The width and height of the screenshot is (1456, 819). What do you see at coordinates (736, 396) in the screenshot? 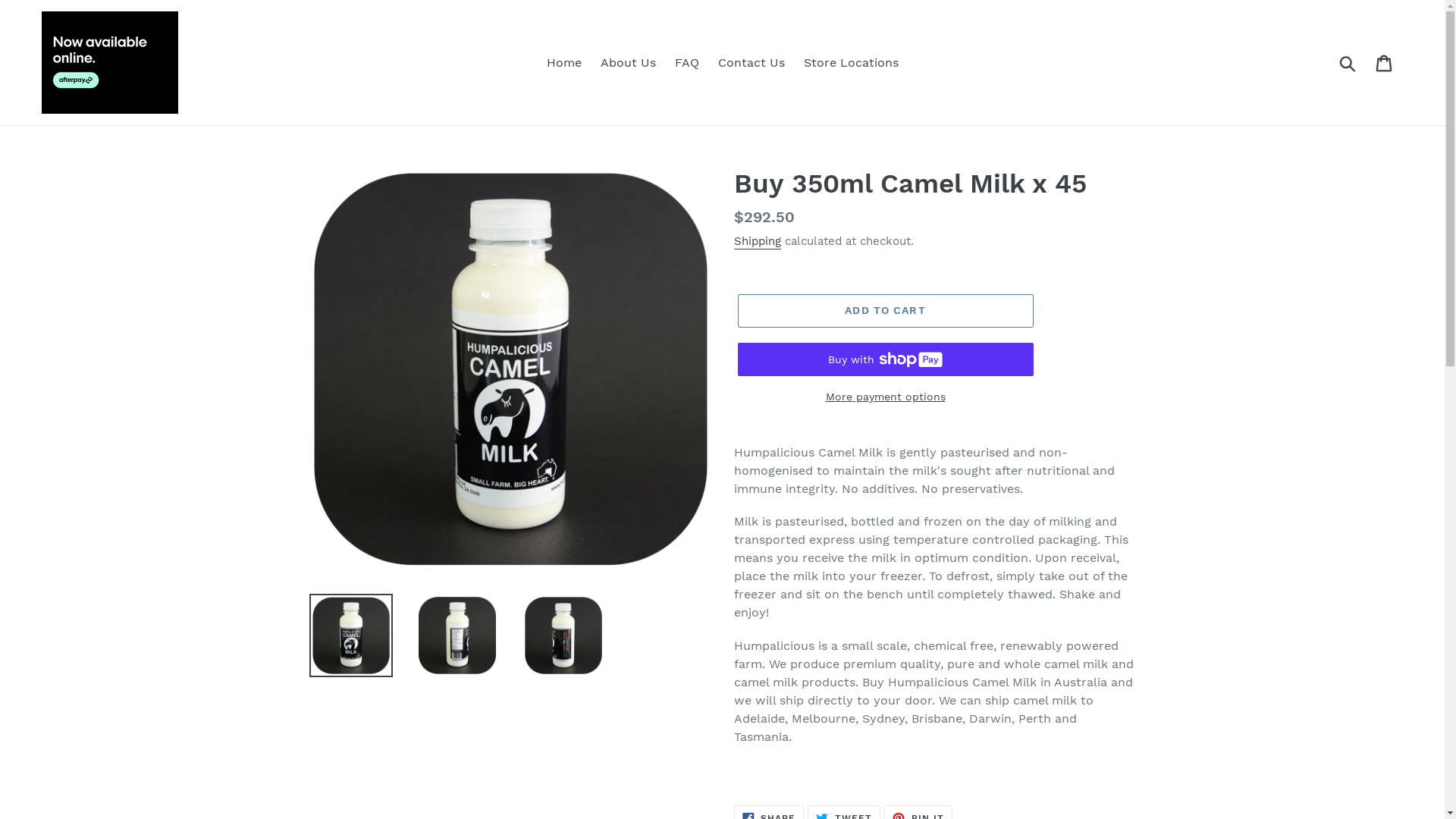
I see `'More payment options'` at bounding box center [736, 396].